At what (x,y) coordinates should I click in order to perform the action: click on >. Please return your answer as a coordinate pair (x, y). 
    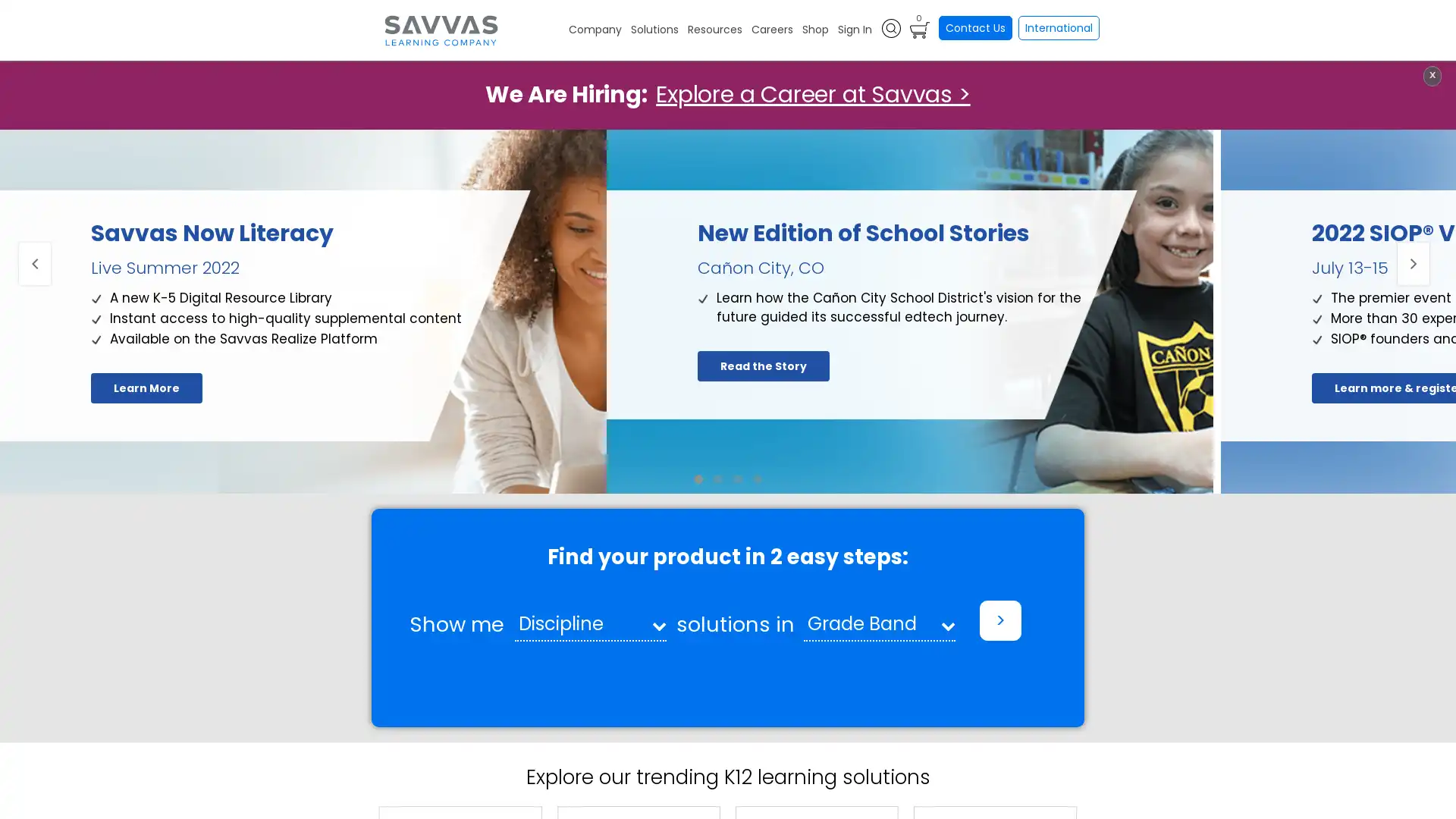
    Looking at the image, I should click on (1000, 620).